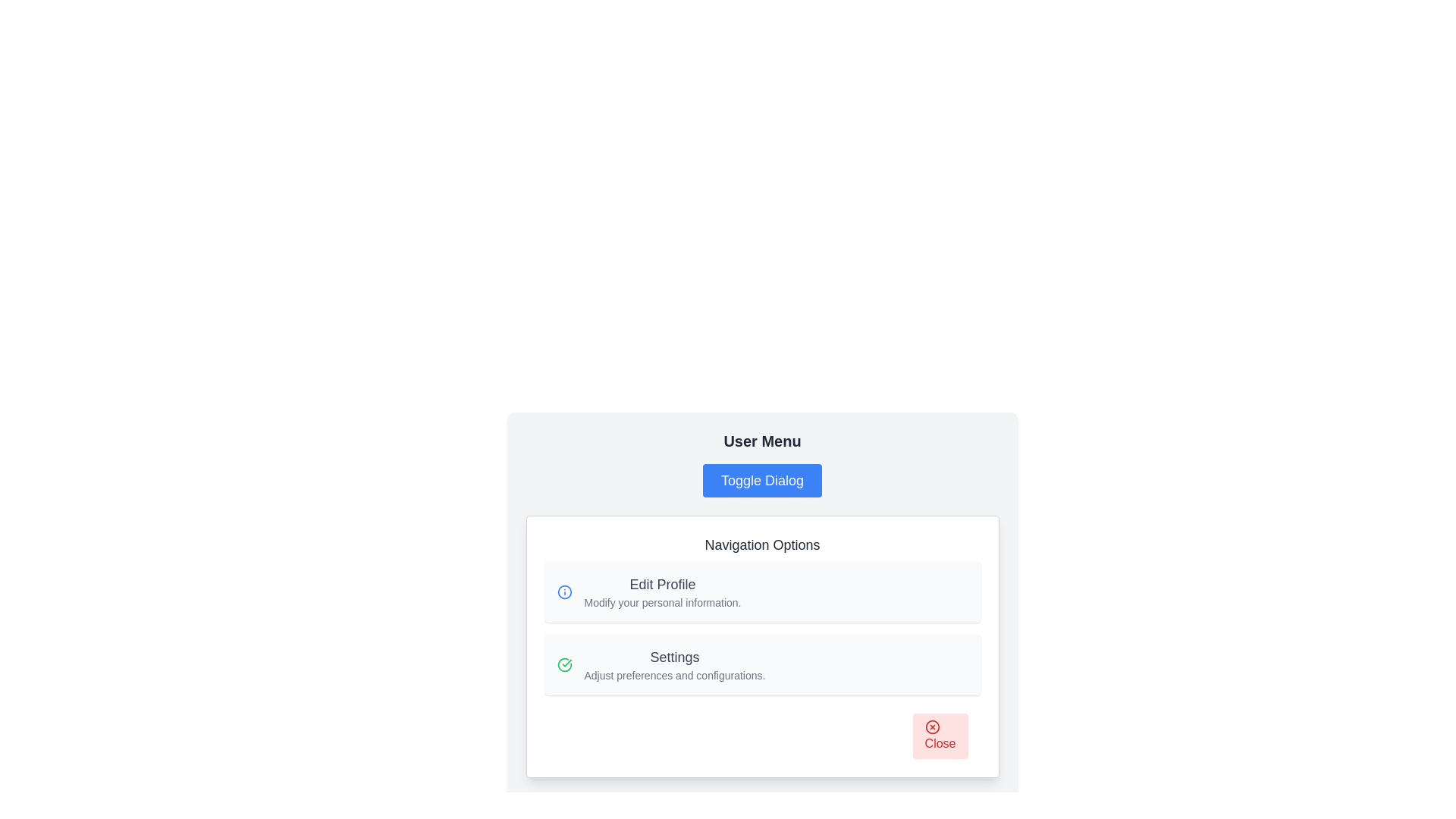  I want to click on the blue button labeled 'Toggle Dialog' with rounded corners, located under the 'User Menu' heading and above 'Navigation Options', so click(762, 480).